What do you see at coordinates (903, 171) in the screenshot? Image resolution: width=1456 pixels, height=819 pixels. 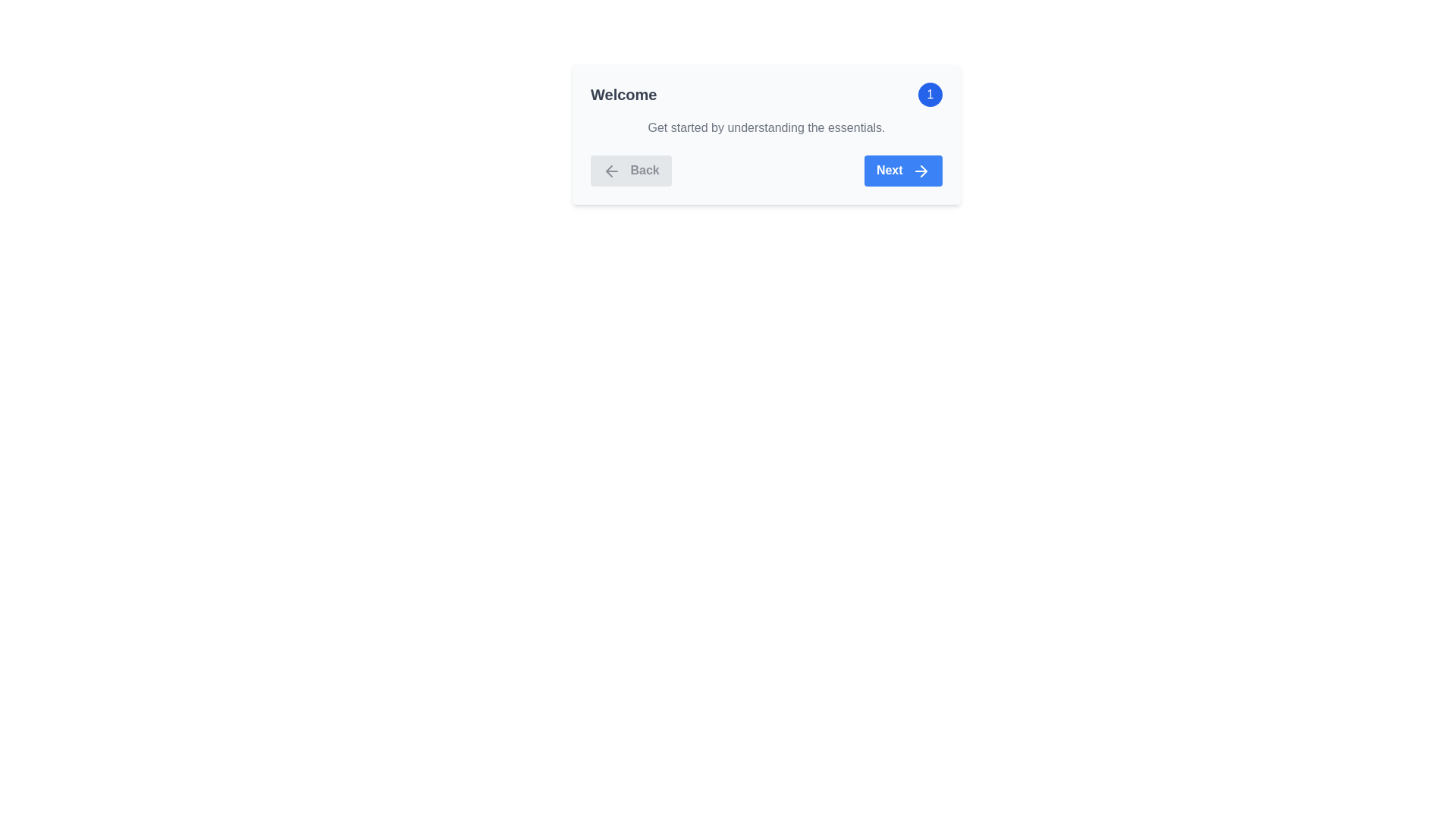 I see `the 'Next' button located at the bottom-right section of the interface to observe a styling change` at bounding box center [903, 171].